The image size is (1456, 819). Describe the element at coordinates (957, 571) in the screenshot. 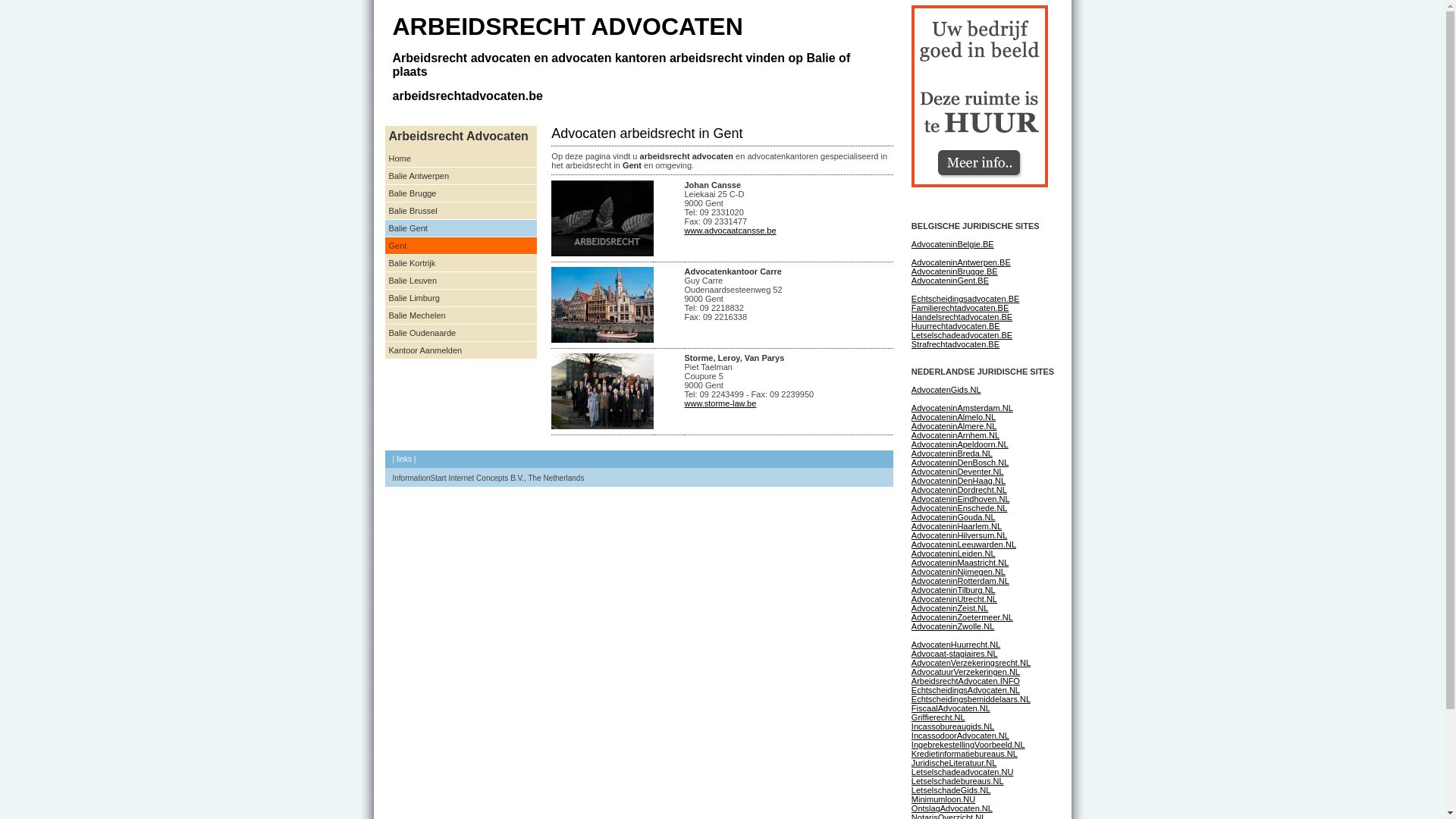

I see `'AdvocateninNijmegen.NL'` at that location.